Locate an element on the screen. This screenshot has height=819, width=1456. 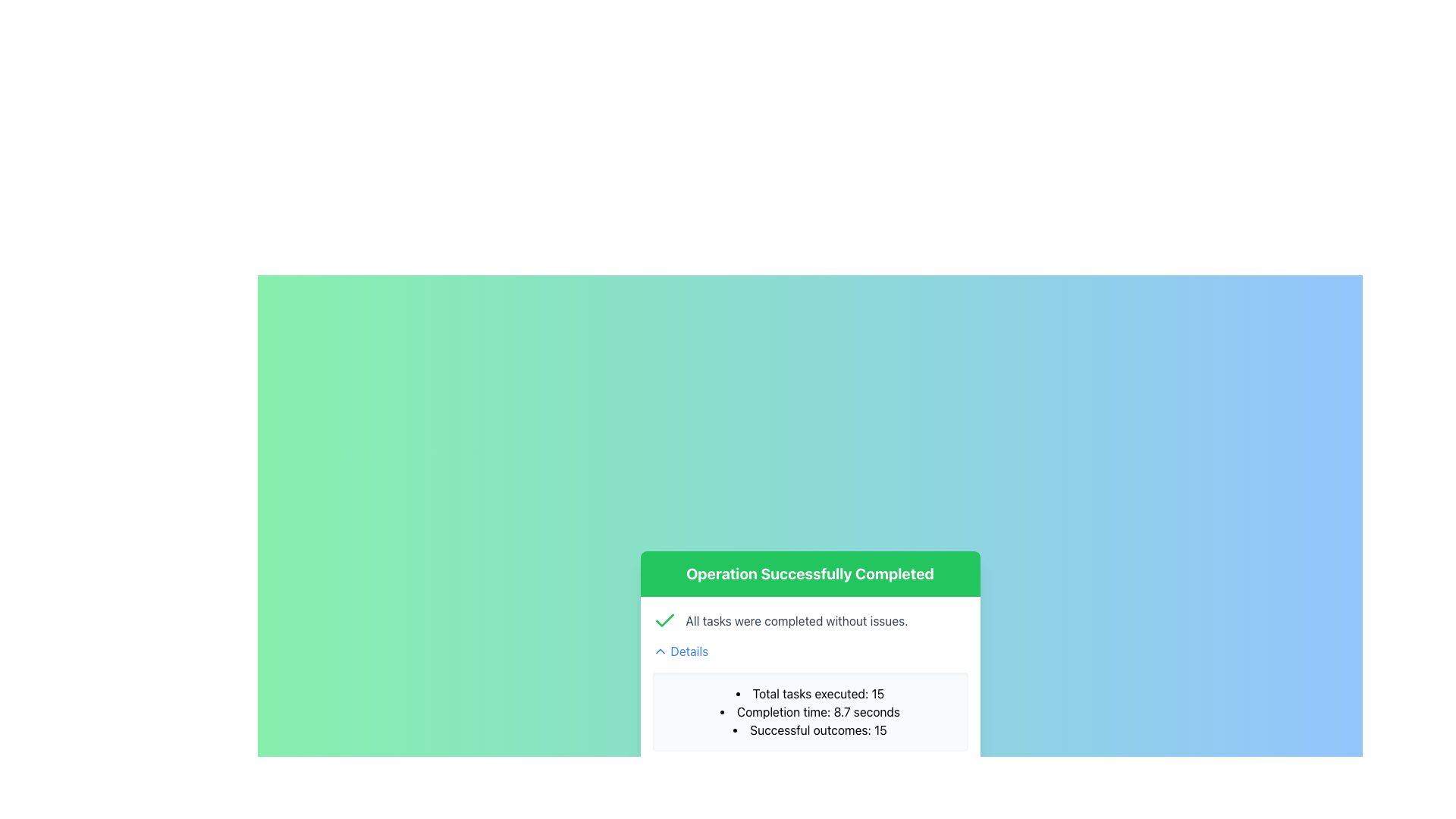
the static text displaying the count of total tasks executed, located under the header 'Operation Successfully Completed' is located at coordinates (809, 693).